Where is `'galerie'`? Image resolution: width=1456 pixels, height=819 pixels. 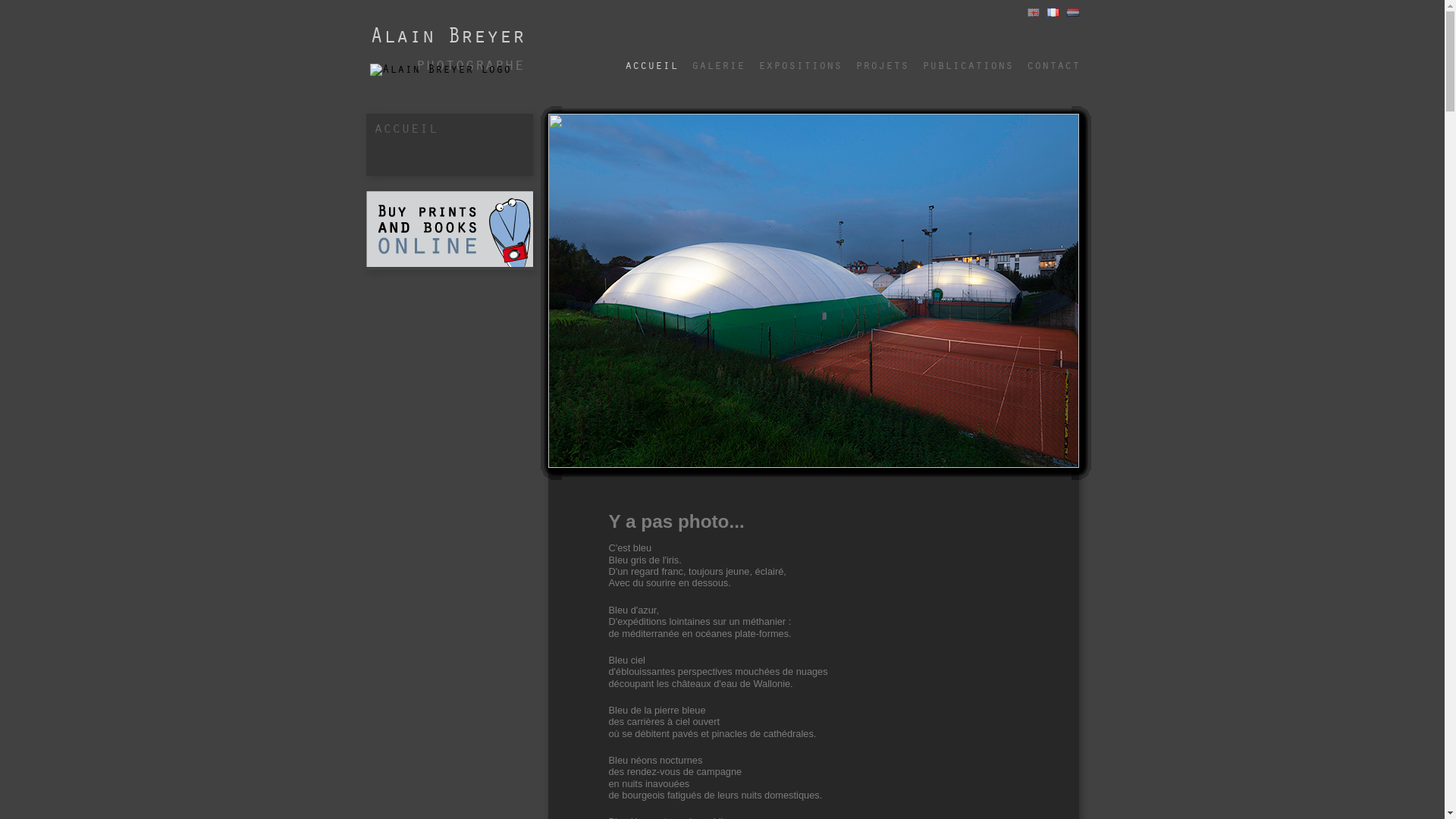 'galerie' is located at coordinates (717, 58).